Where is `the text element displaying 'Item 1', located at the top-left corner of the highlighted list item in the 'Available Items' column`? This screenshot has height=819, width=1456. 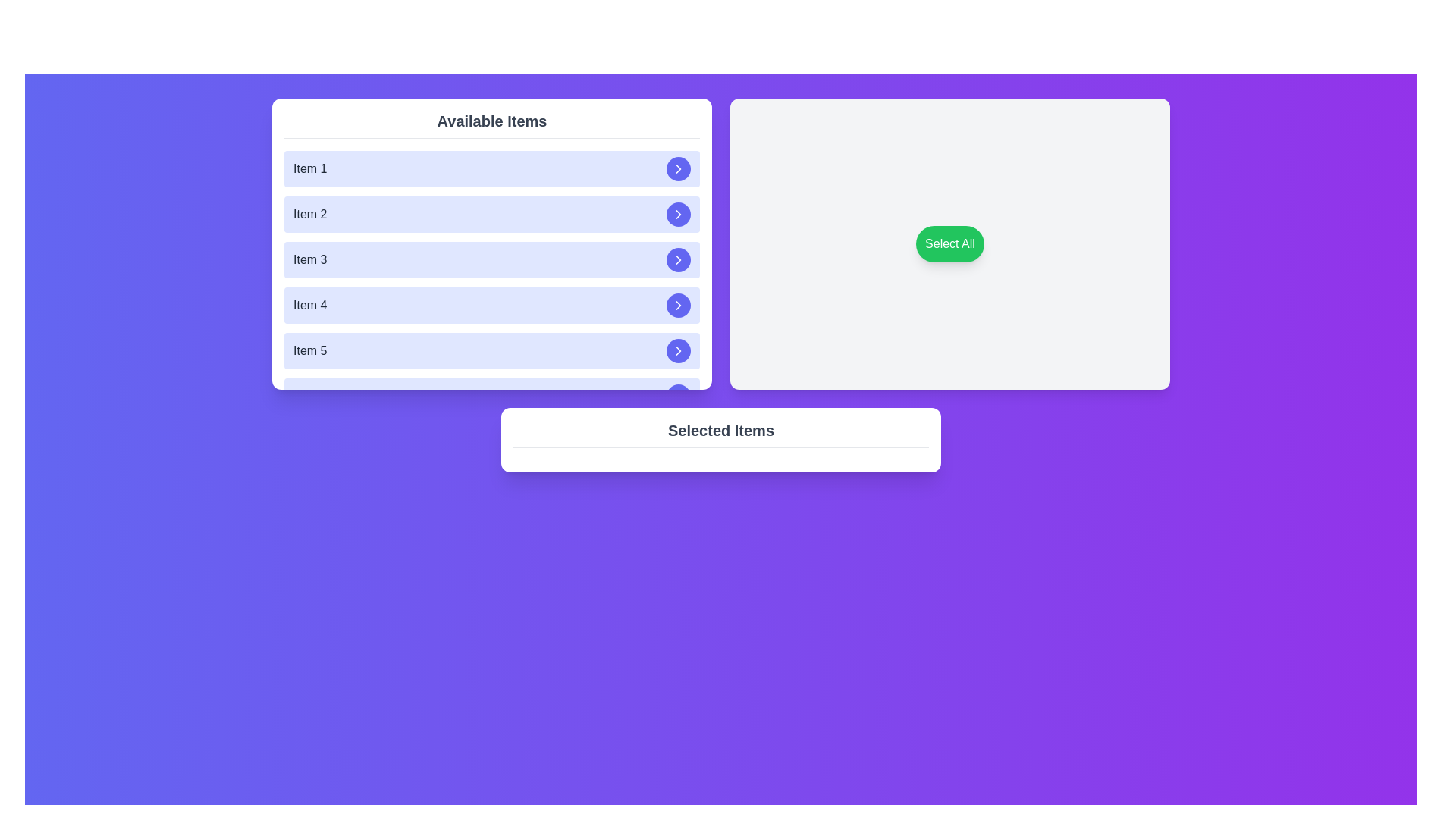
the text element displaying 'Item 1', located at the top-left corner of the highlighted list item in the 'Available Items' column is located at coordinates (309, 169).